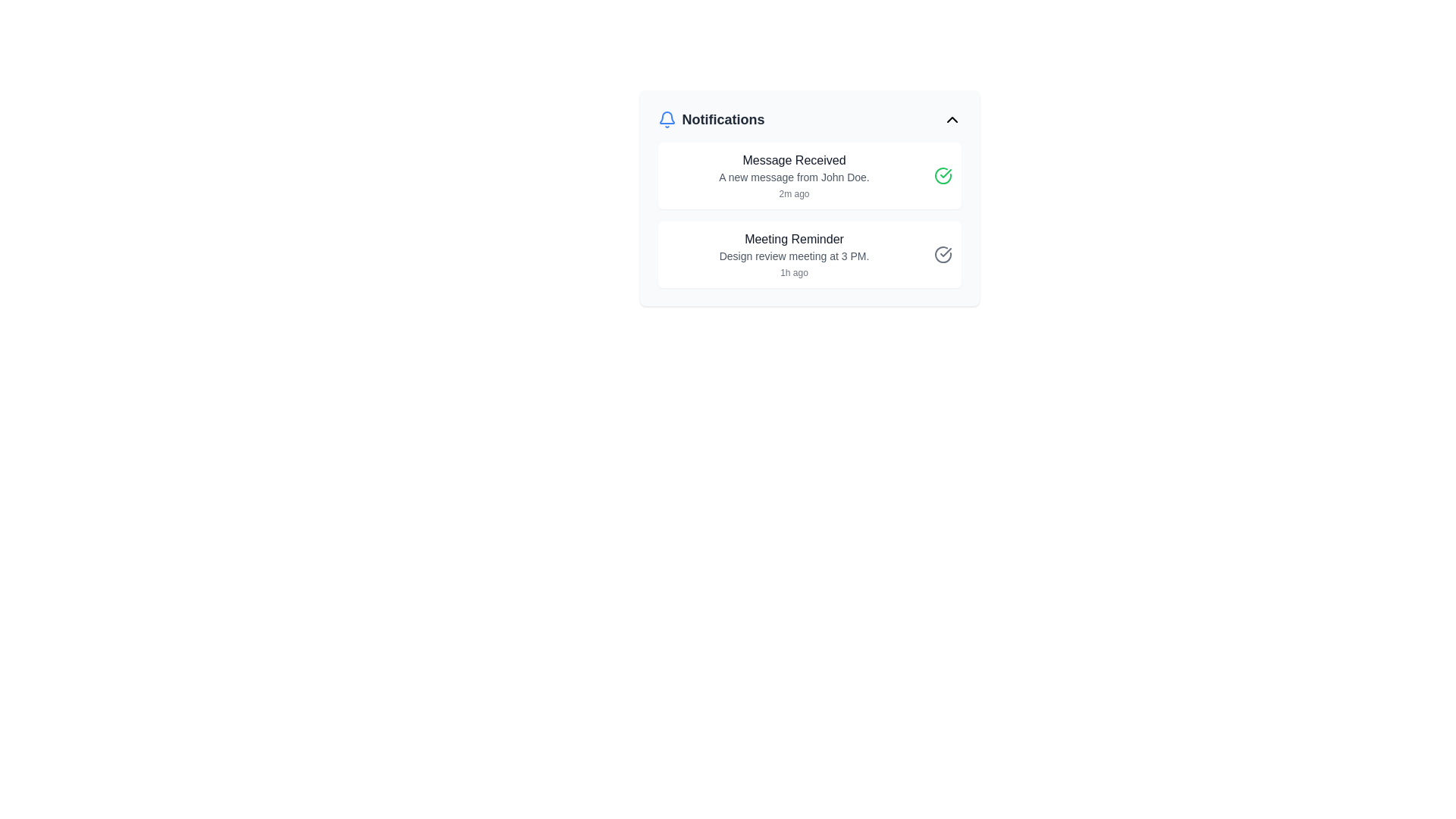  Describe the element at coordinates (793, 239) in the screenshot. I see `the Text label element that serves as the title for the notification, which is centered horizontally in its notification box and positioned above the meeting details` at that location.